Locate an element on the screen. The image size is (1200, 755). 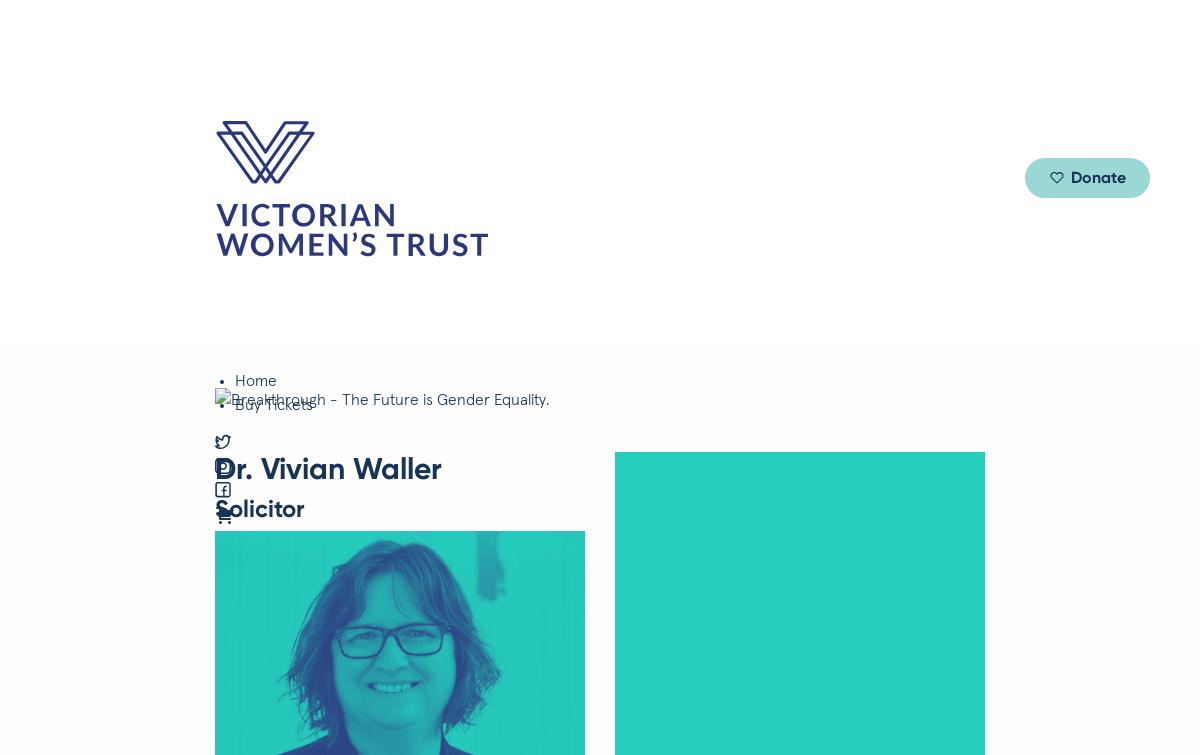
'women@vwt.org.au' is located at coordinates (30, 716).